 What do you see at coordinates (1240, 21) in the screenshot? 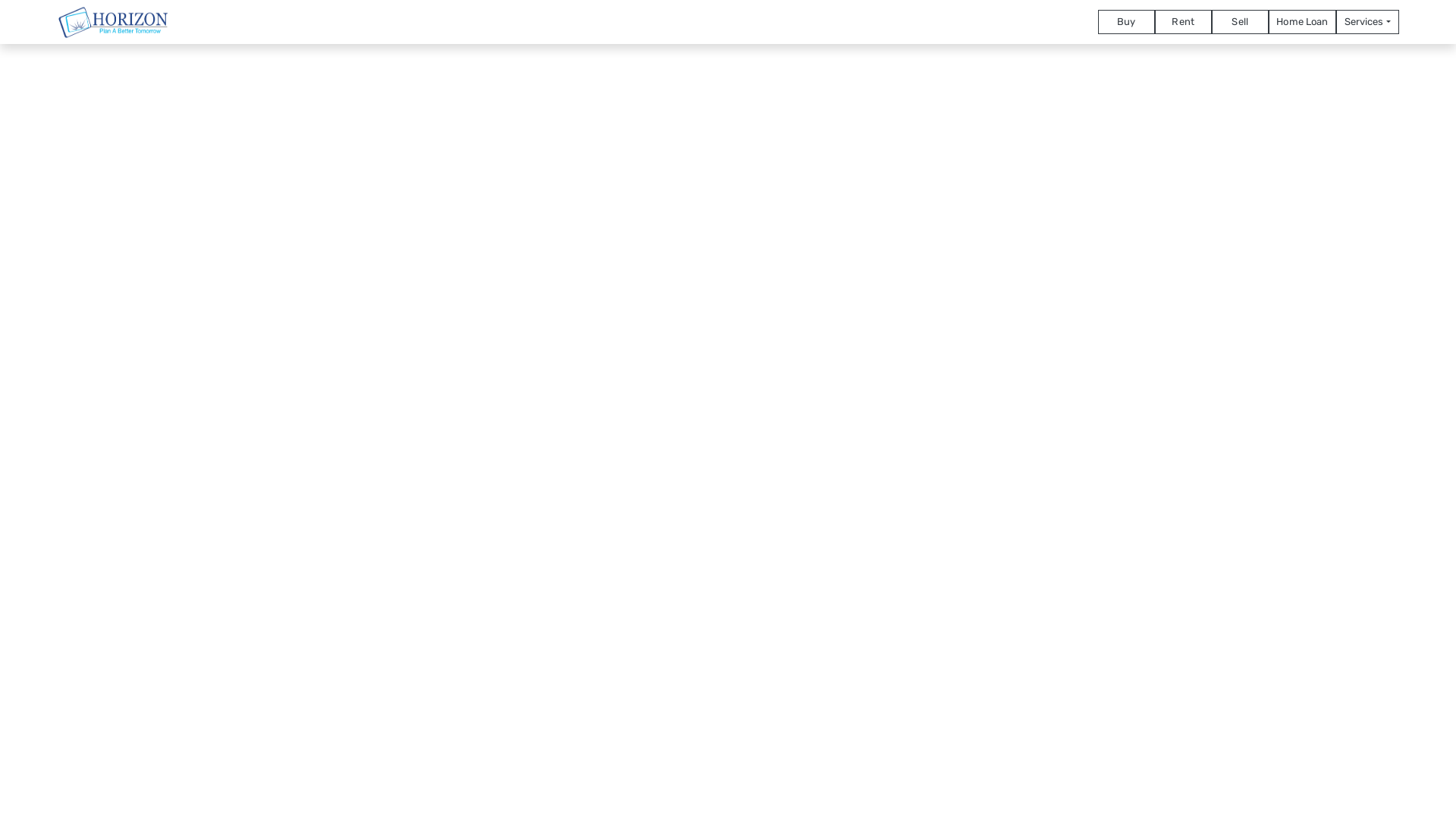
I see `'Sell'` at bounding box center [1240, 21].